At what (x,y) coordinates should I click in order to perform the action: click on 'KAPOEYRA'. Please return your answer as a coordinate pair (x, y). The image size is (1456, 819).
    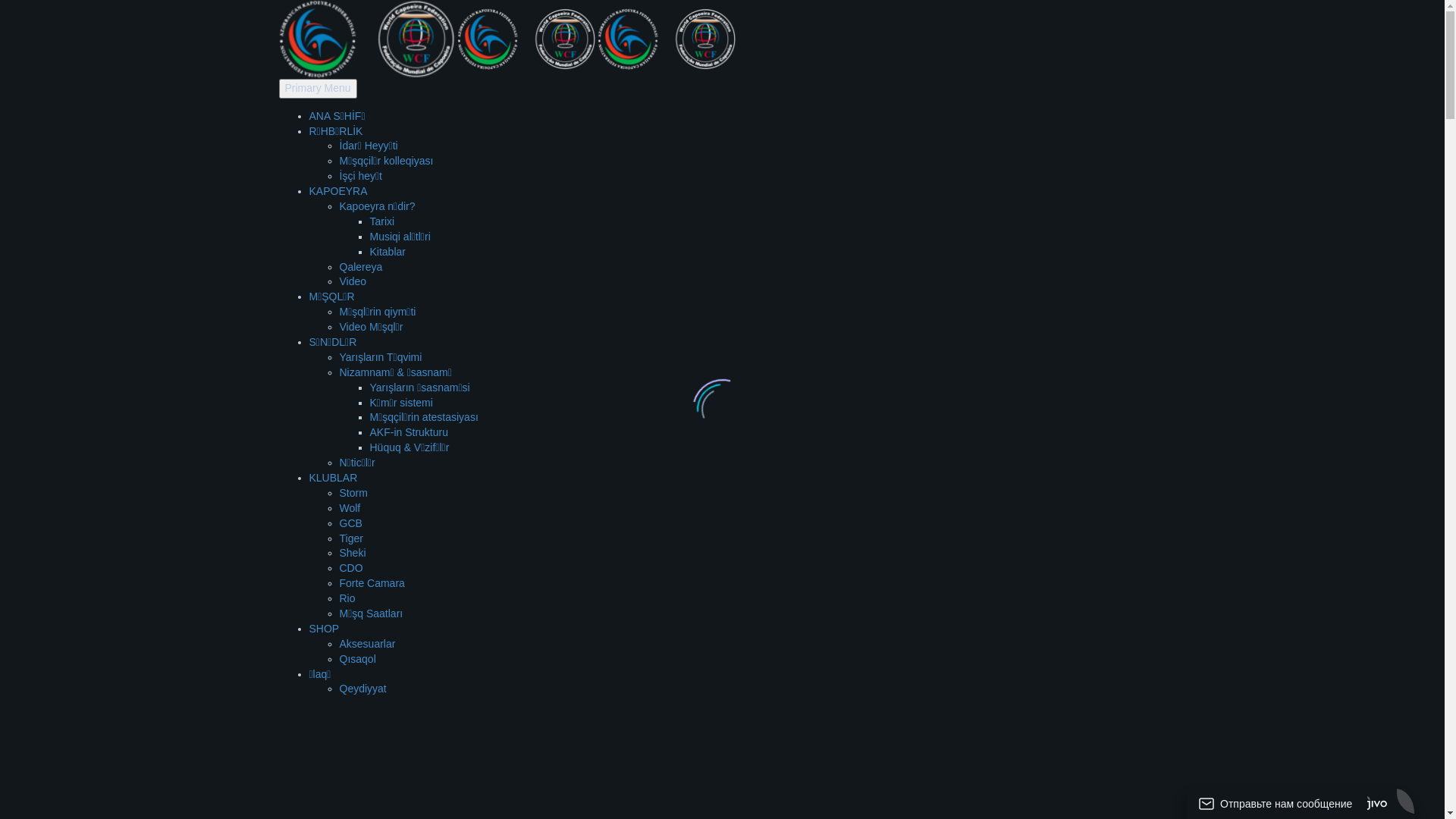
    Looking at the image, I should click on (337, 190).